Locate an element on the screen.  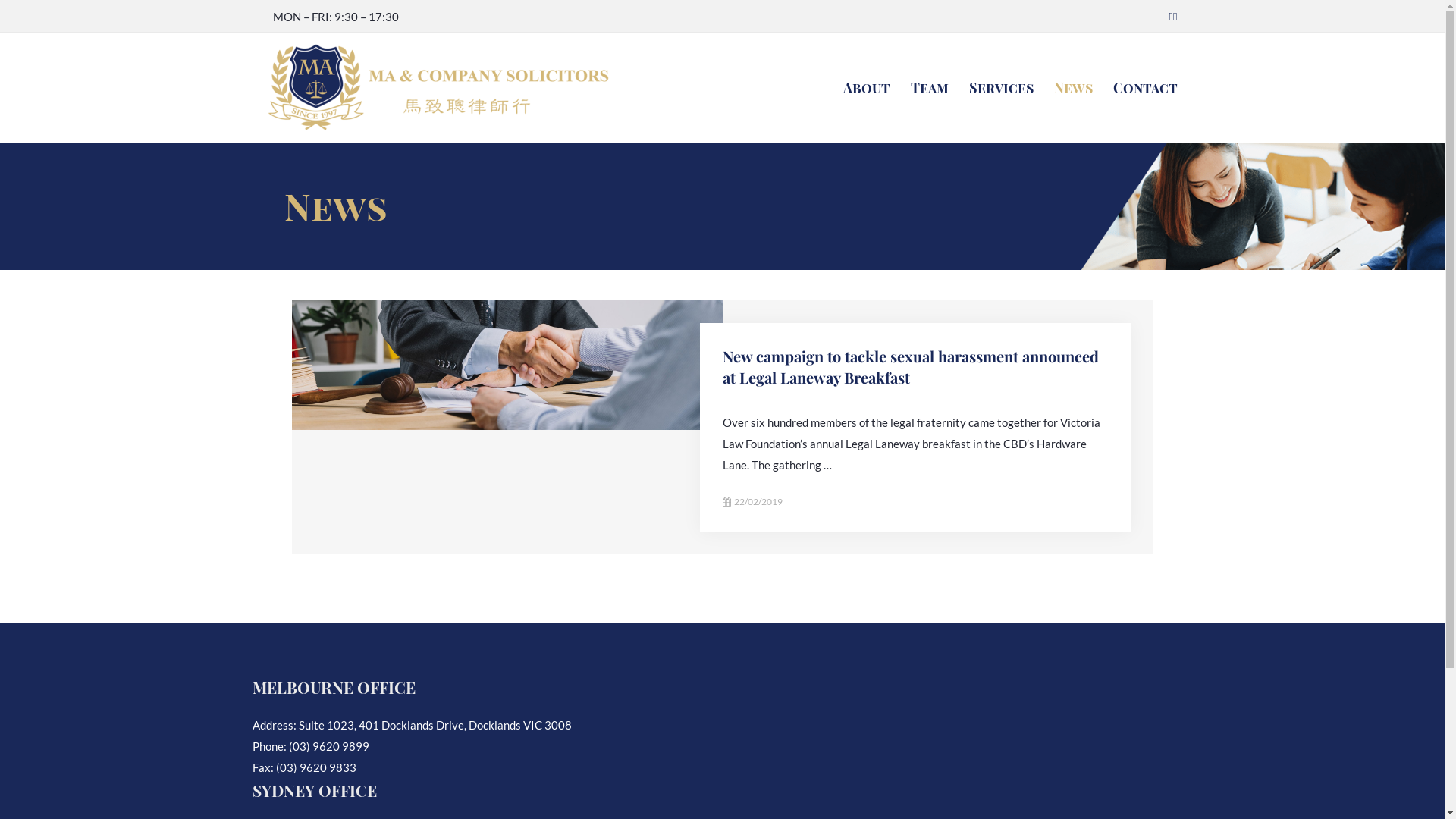
'News' is located at coordinates (1062, 87).